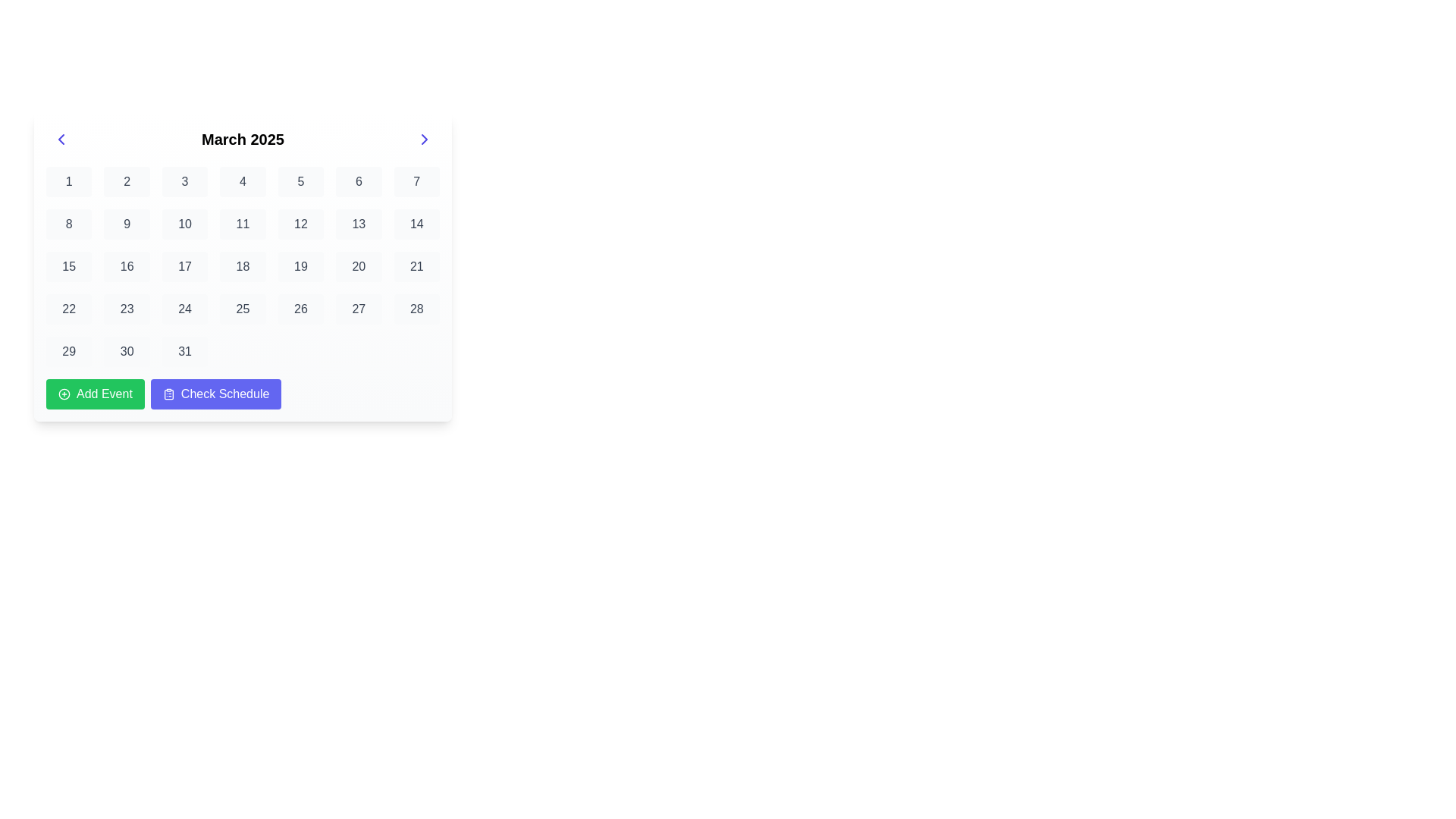  Describe the element at coordinates (184, 309) in the screenshot. I see `the calendar day button representing a specific date in the fourth row and fourth column` at that location.